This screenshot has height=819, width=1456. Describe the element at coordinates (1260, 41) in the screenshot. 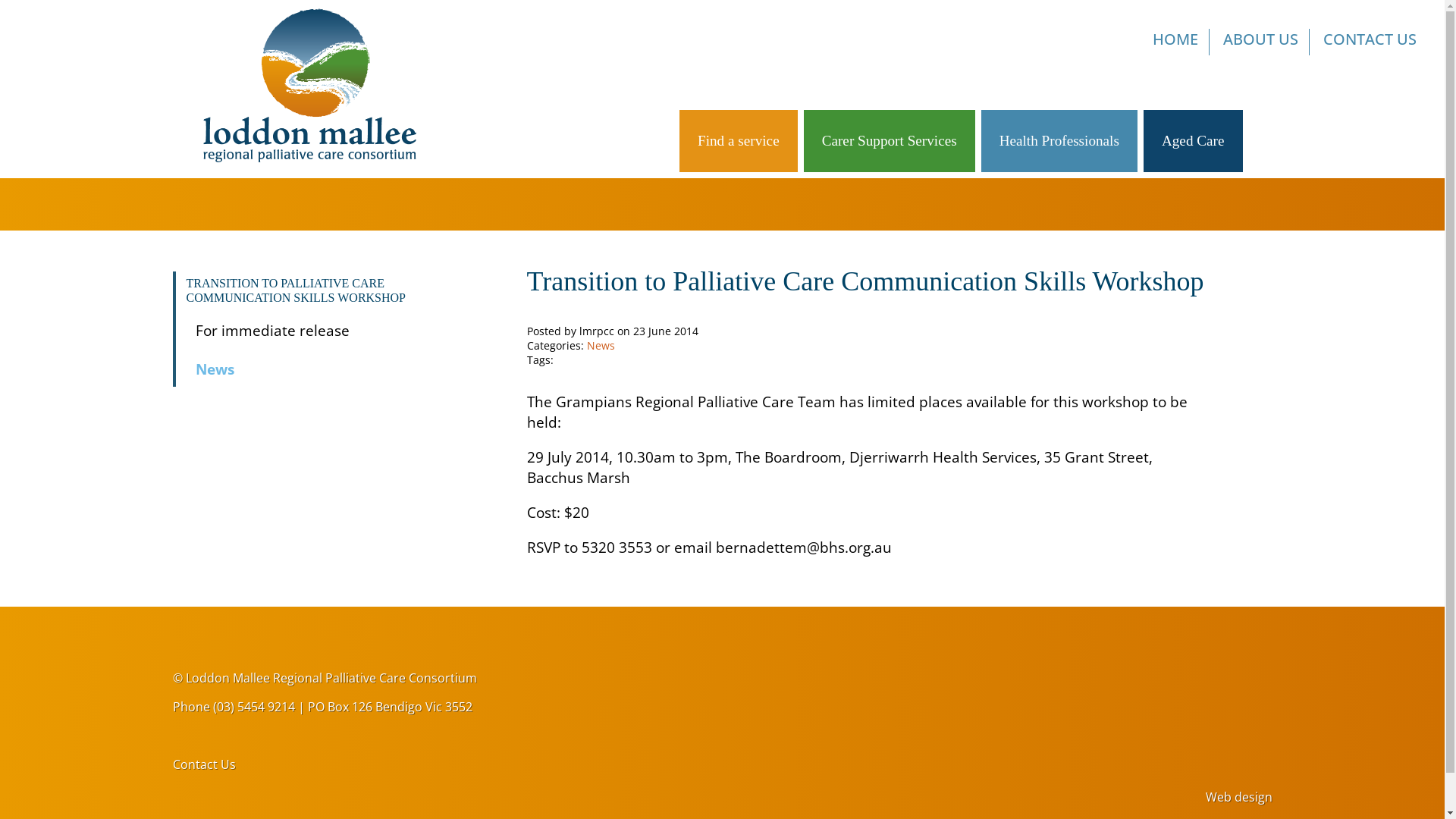

I see `'ABOUT US'` at that location.